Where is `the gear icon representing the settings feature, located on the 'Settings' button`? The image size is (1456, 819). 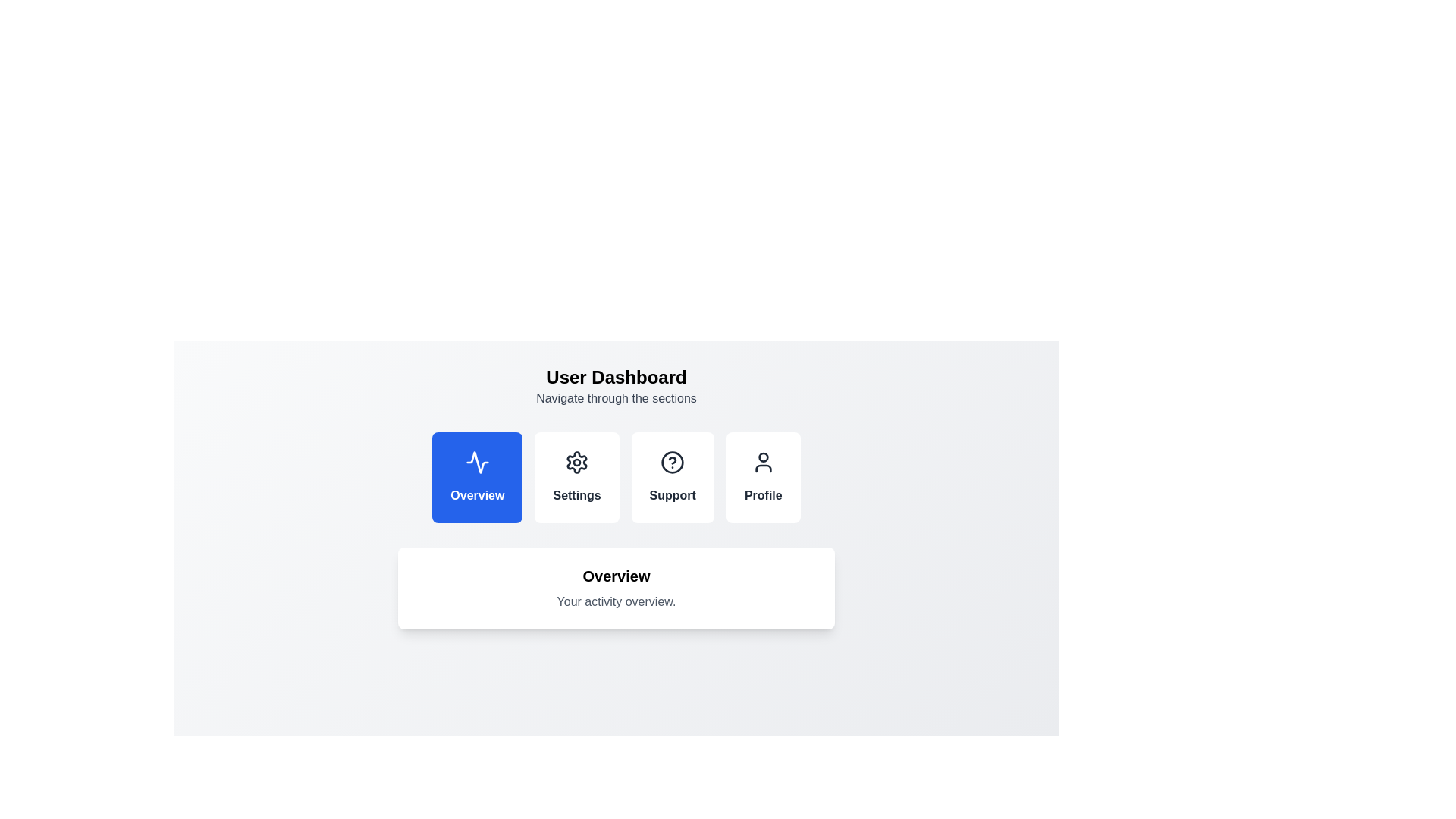
the gear icon representing the settings feature, located on the 'Settings' button is located at coordinates (576, 461).